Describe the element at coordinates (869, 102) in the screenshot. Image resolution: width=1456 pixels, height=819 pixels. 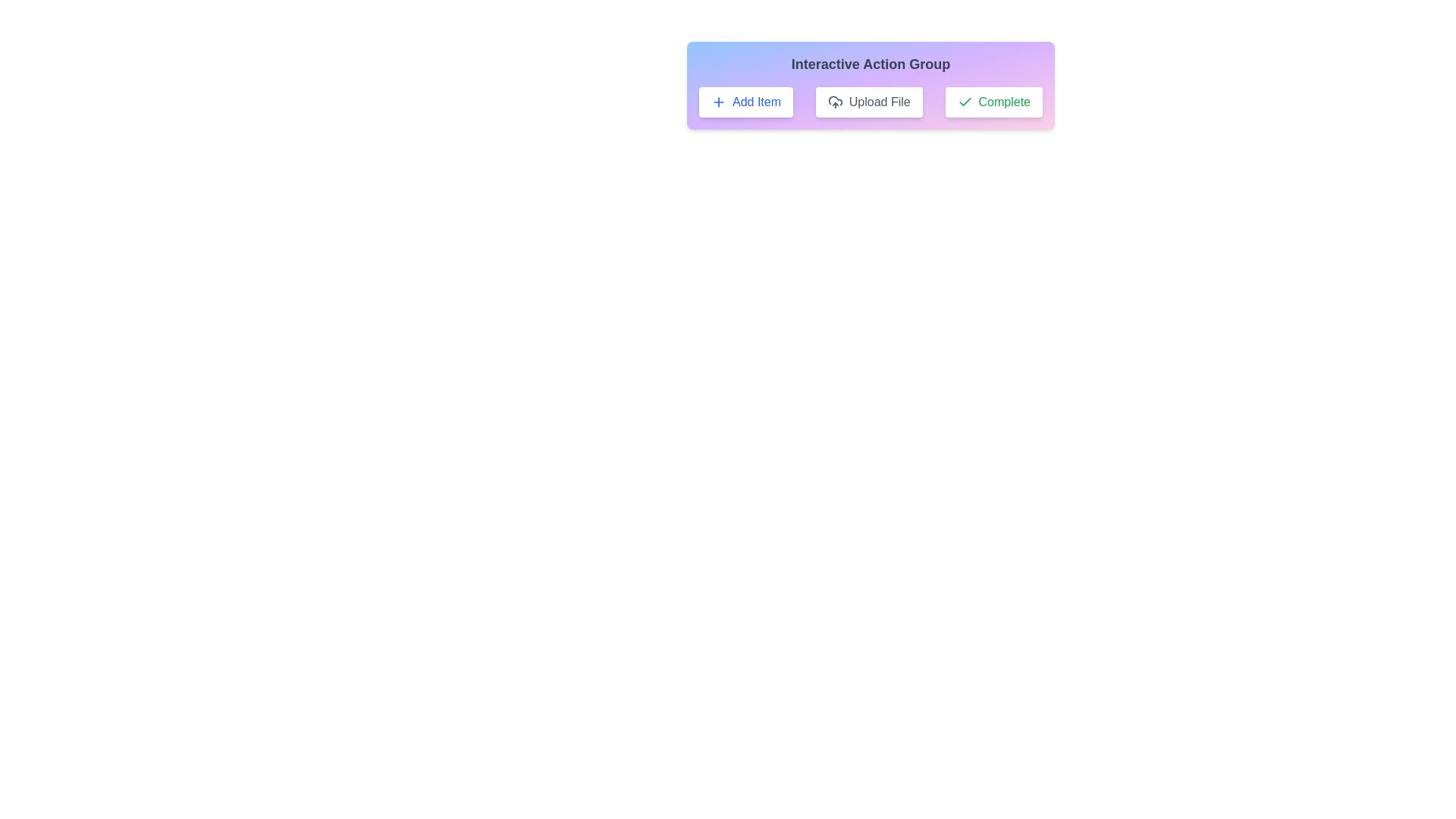
I see `the 'Upload File' button, which is styled with a light gray rounded background and dark gray text` at that location.